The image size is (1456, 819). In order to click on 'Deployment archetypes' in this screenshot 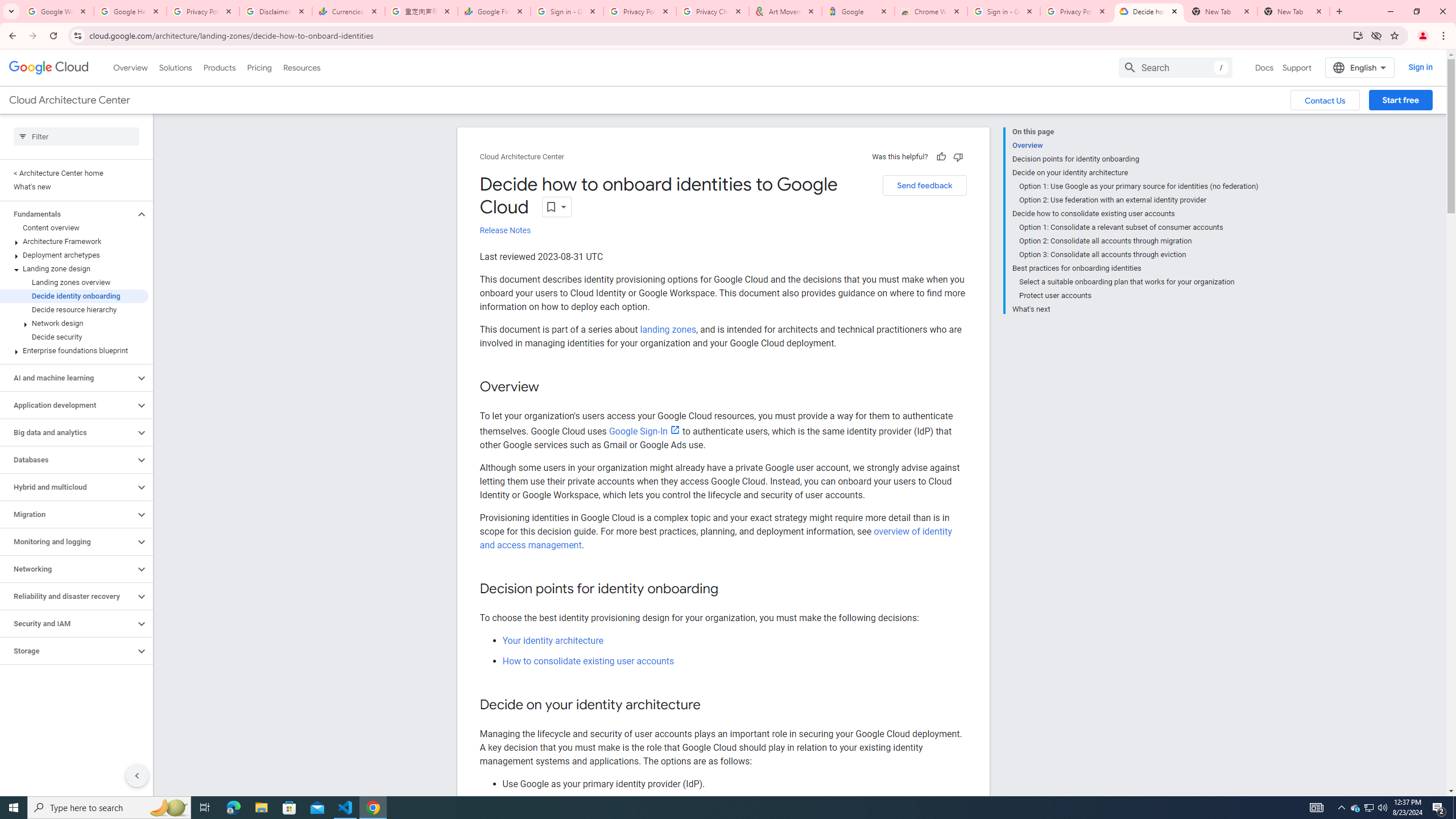, I will do `click(74, 255)`.